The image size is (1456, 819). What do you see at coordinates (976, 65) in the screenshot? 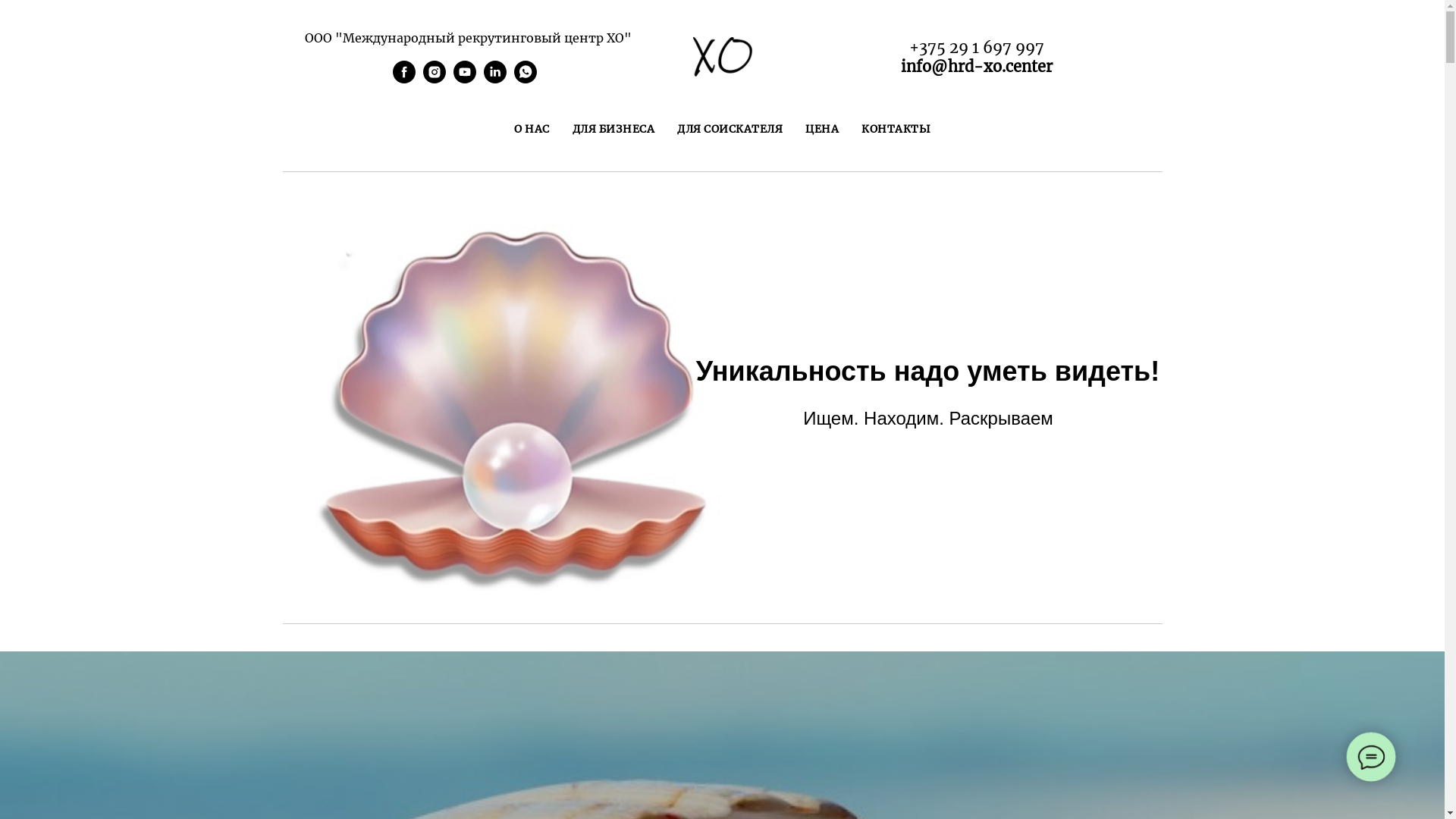
I see `'info@hrd-xo.center'` at bounding box center [976, 65].